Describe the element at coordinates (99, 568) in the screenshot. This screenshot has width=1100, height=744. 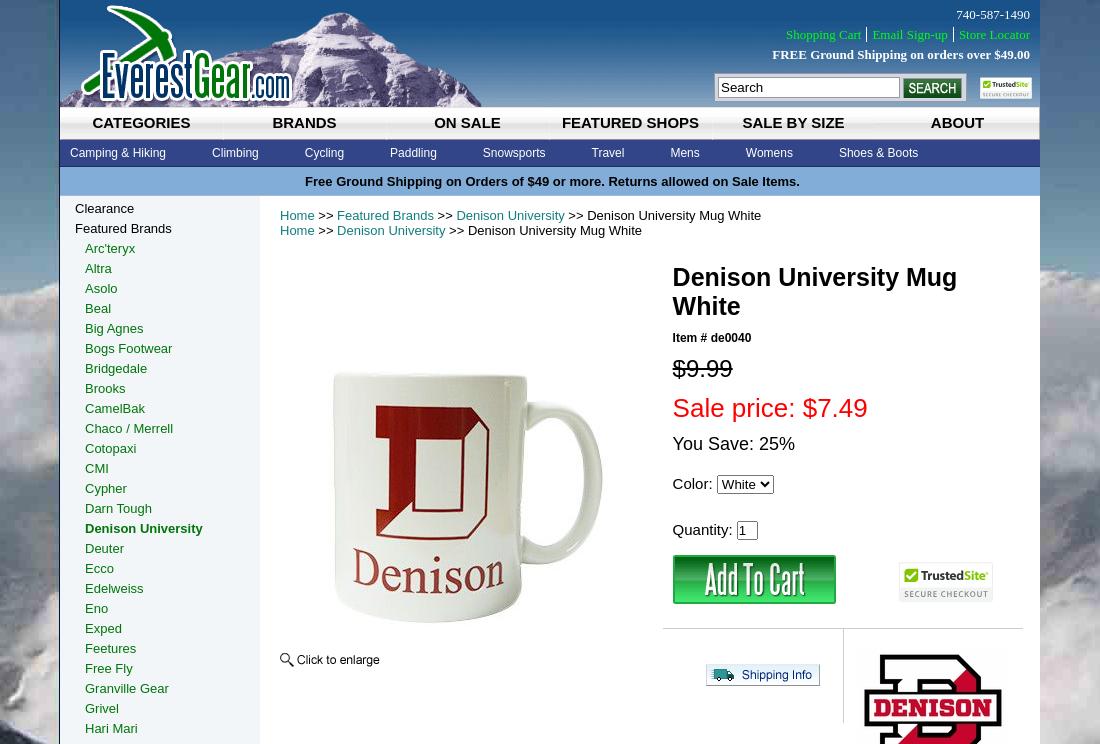
I see `'Ecco'` at that location.